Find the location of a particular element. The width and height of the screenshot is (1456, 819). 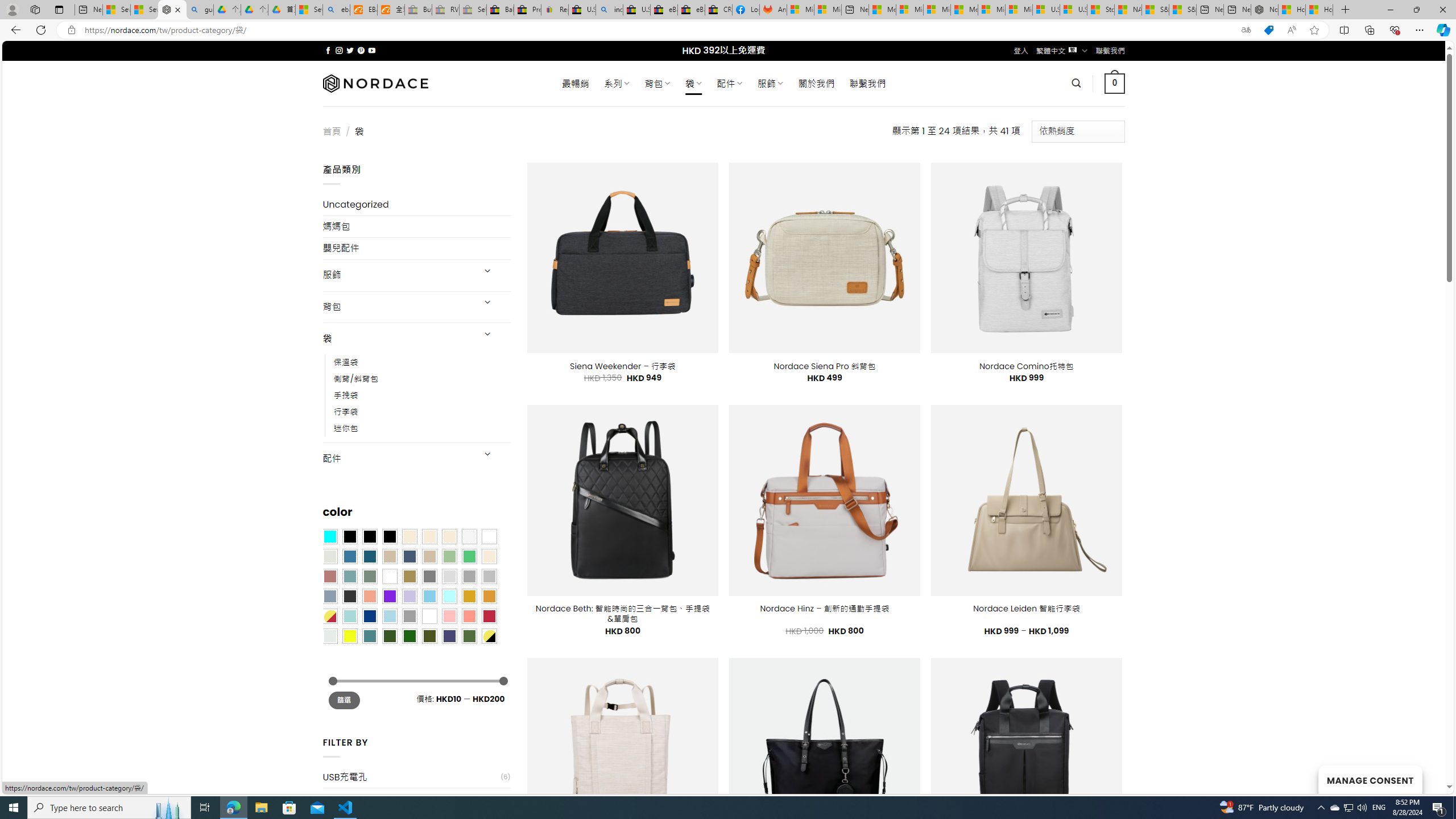

'including - Search' is located at coordinates (609, 9).